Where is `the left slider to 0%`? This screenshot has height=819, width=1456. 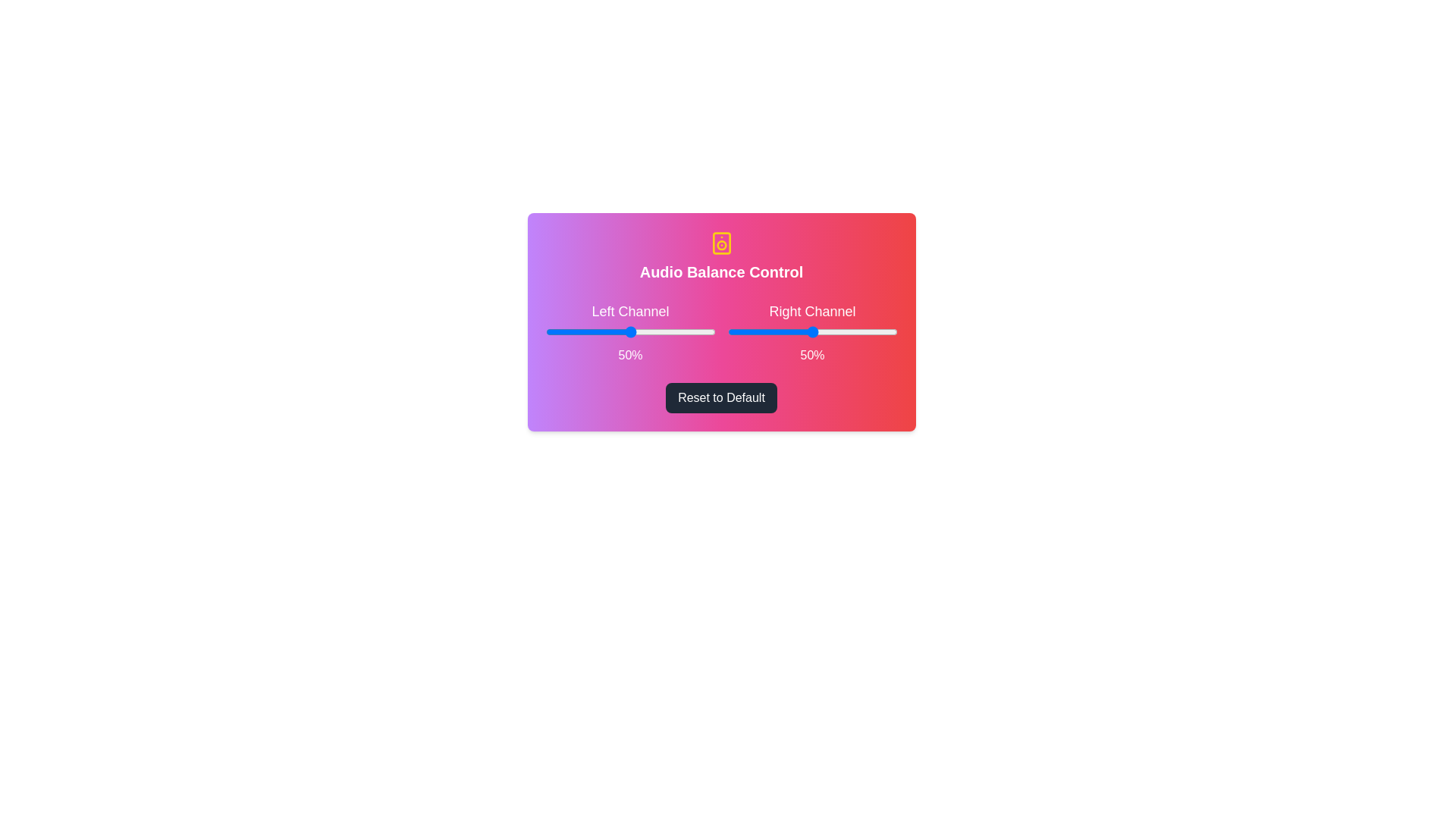 the left slider to 0% is located at coordinates (545, 331).